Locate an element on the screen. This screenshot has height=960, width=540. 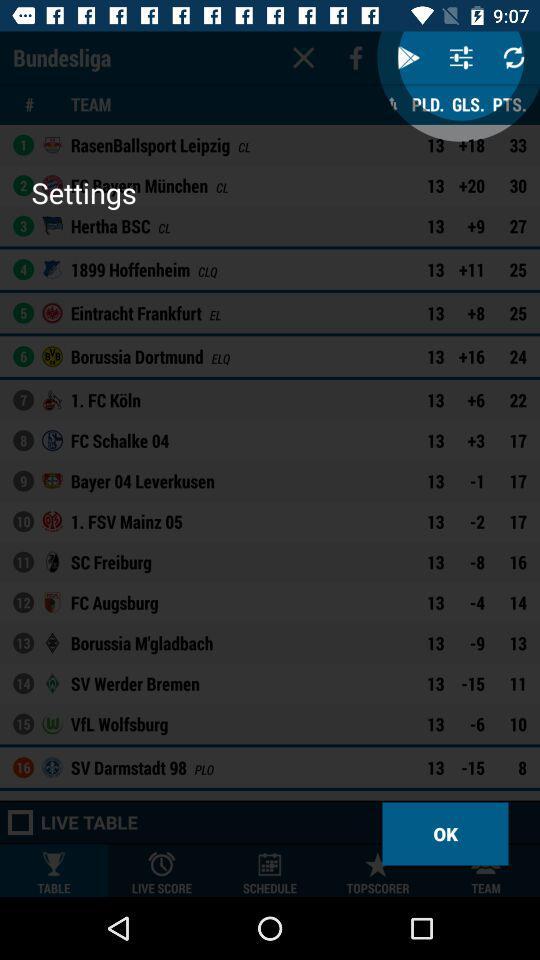
the sliders icon is located at coordinates (461, 56).